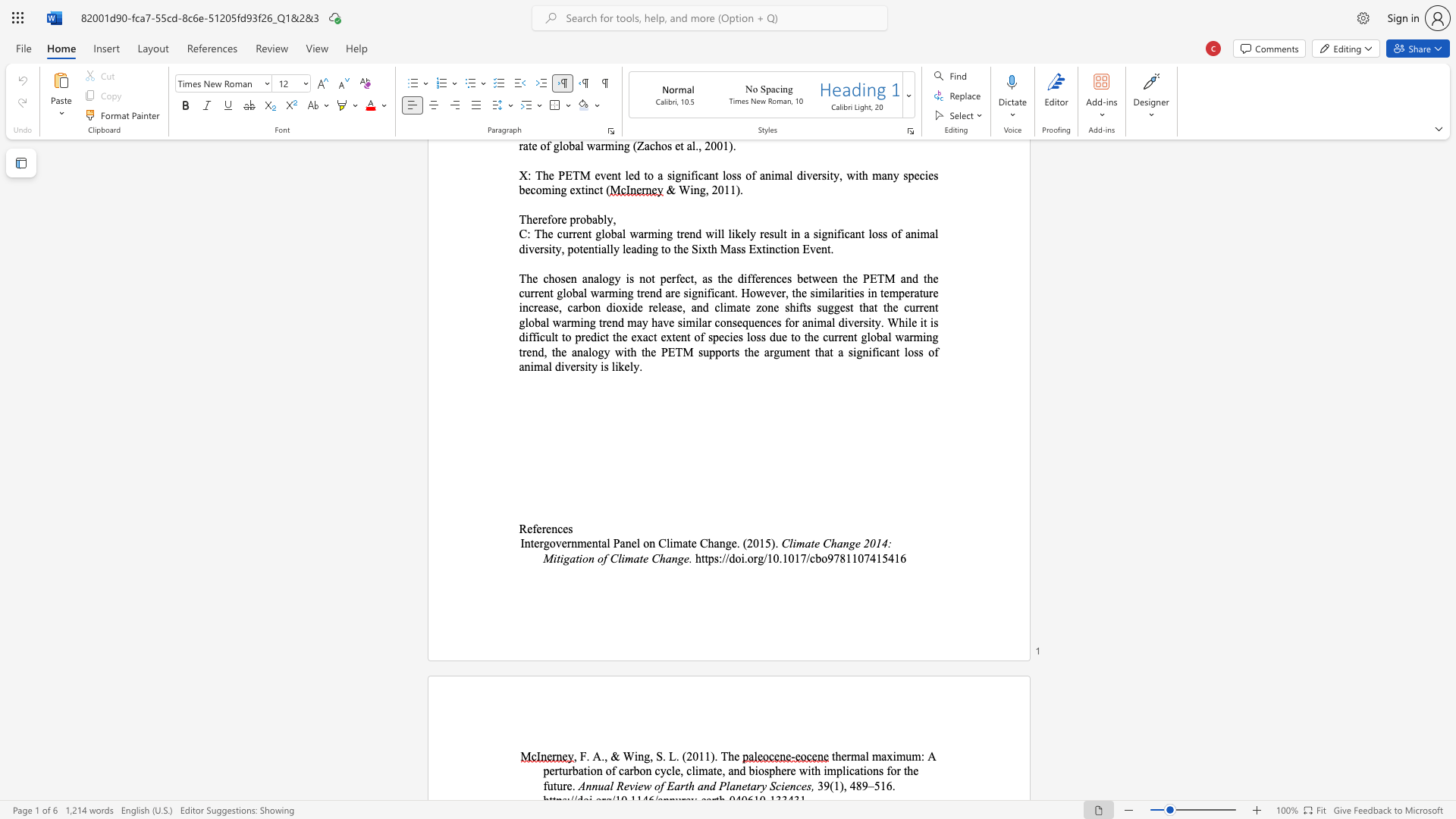 The width and height of the screenshot is (1456, 819). Describe the element at coordinates (765, 558) in the screenshot. I see `the 3th character "/" in the text` at that location.